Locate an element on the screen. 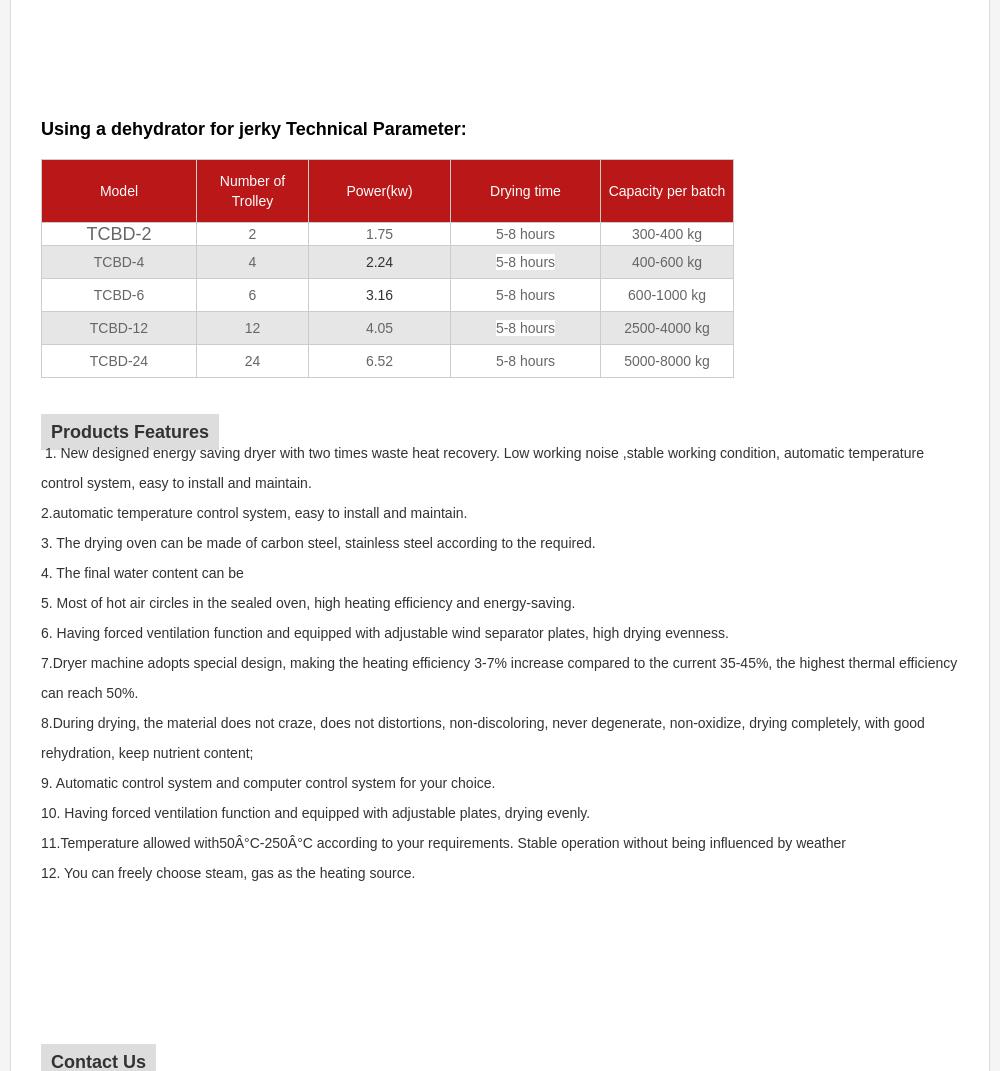  '8.During drying, the material does not craze, does not distortions, non-discoloring, never degenerate, non-oxidize, drying completely, with good rehydration, keep nutrient content;' is located at coordinates (483, 738).